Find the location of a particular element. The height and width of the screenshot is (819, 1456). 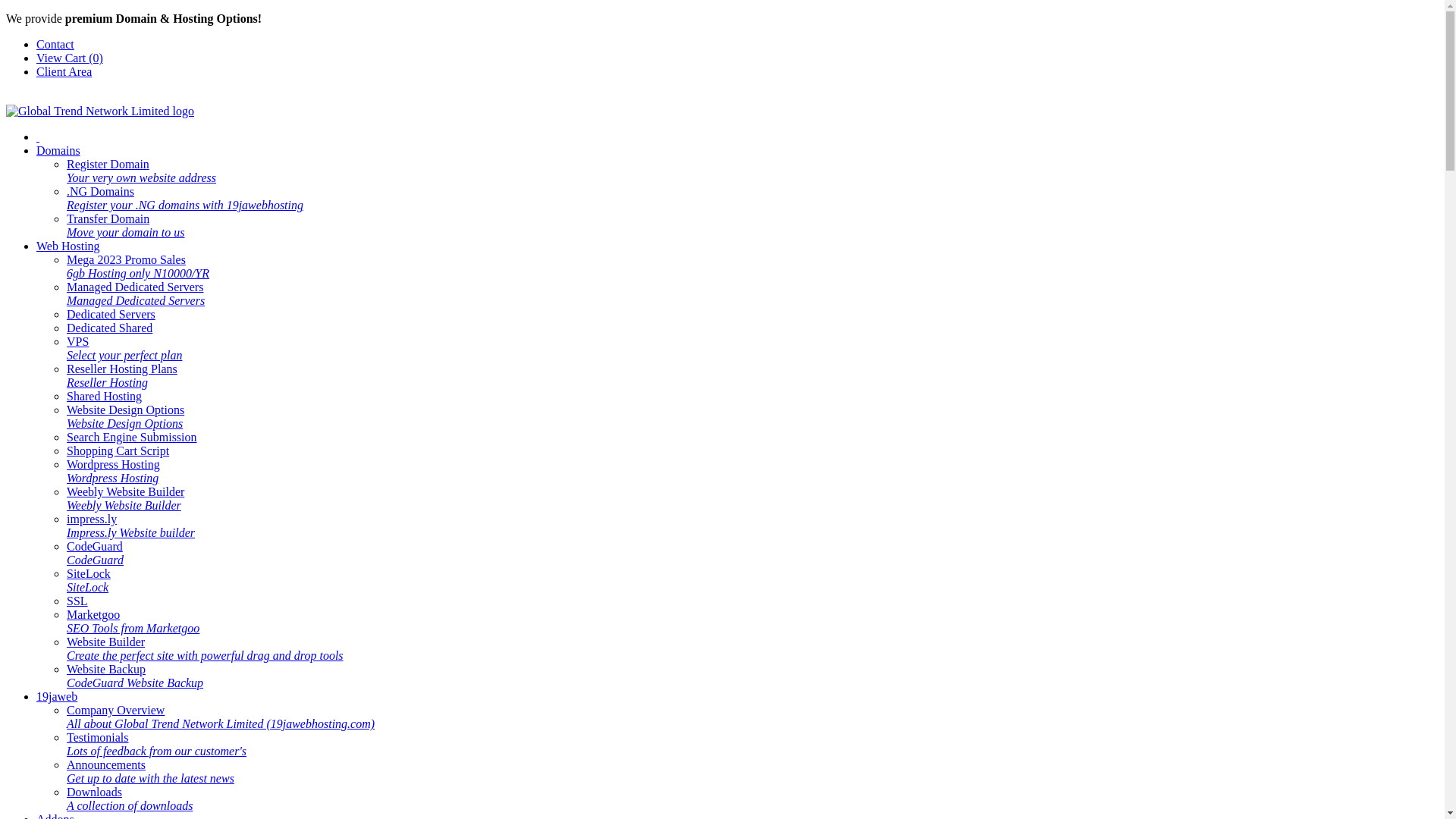

'Website Design Options is located at coordinates (125, 416).